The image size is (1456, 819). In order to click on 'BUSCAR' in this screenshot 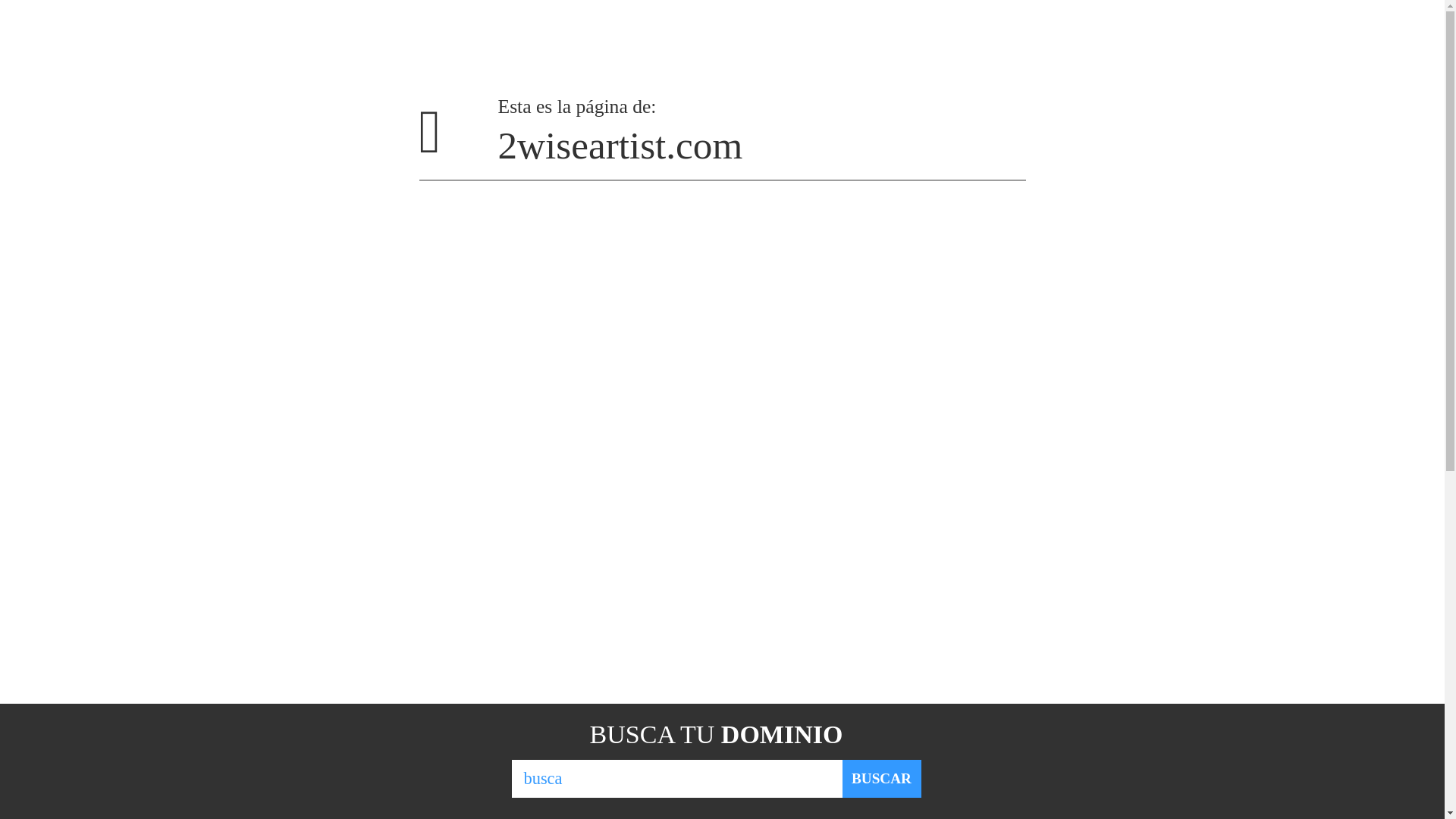, I will do `click(880, 778)`.